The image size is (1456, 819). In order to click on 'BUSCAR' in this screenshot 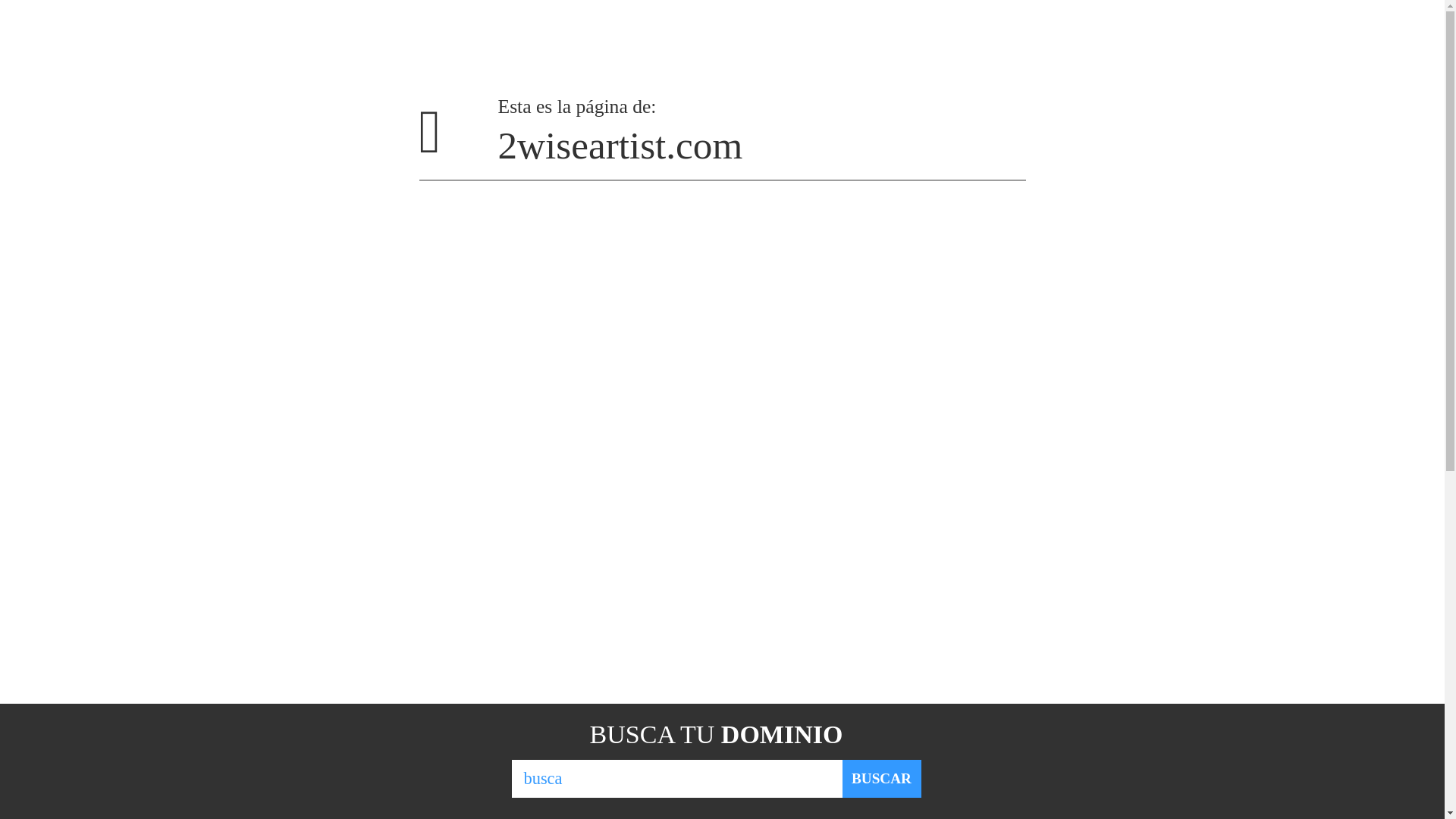, I will do `click(880, 778)`.